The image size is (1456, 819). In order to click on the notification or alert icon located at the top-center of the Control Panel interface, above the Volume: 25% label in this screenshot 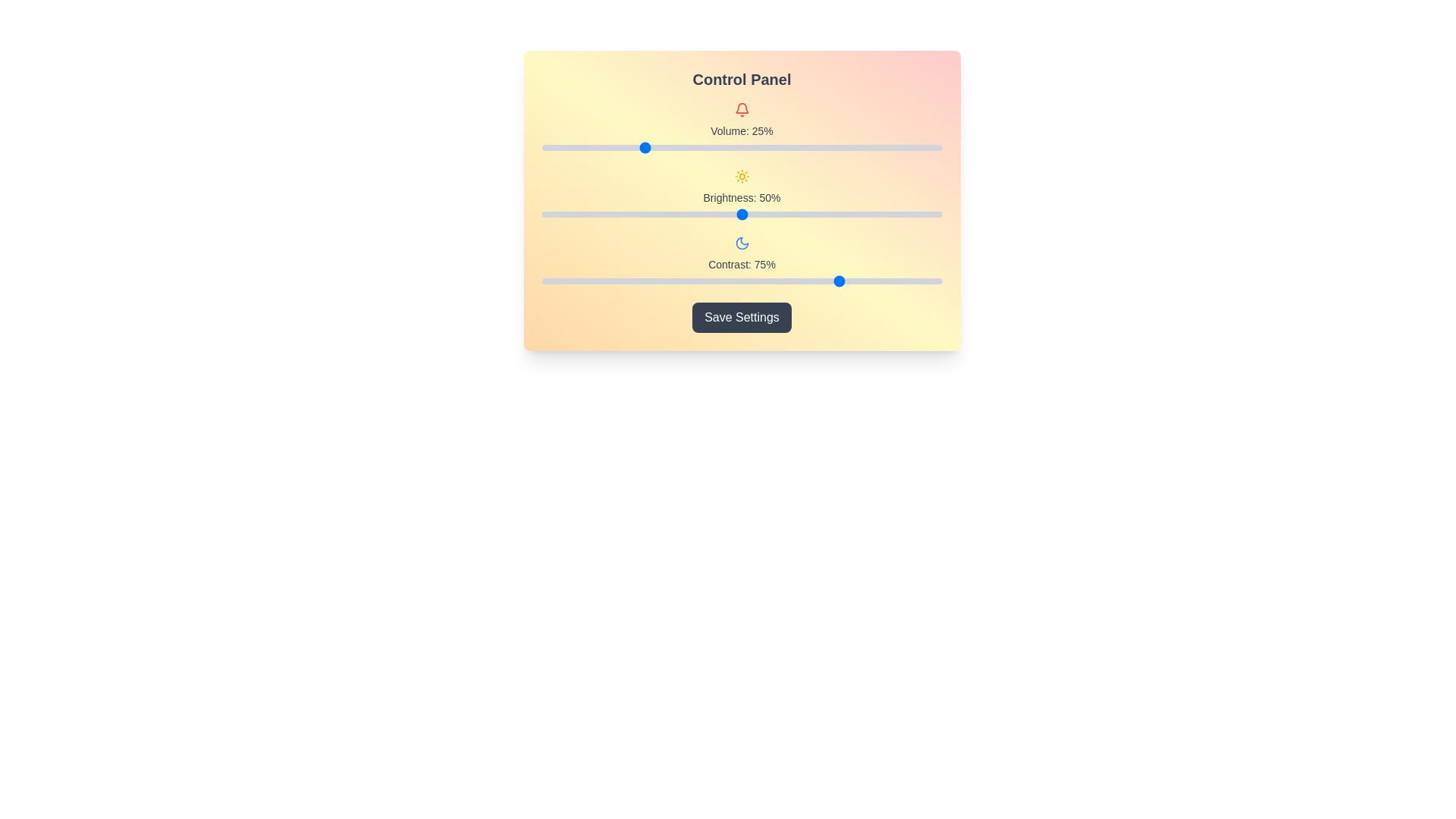, I will do `click(742, 107)`.